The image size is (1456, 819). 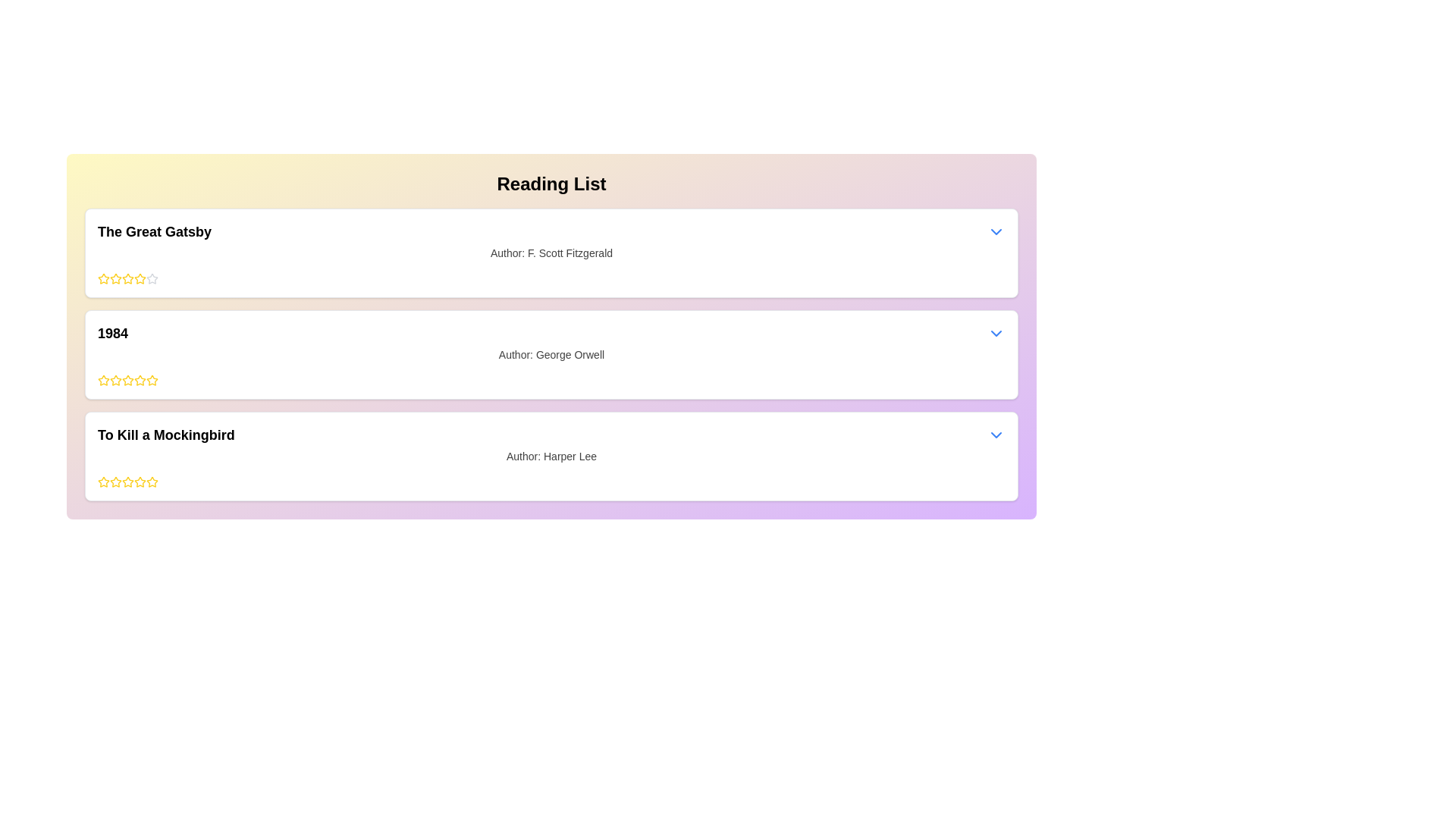 What do you see at coordinates (103, 278) in the screenshot?
I see `the first rating star icon located below the title 'The Great Gatsby' to indicate the first level of rating` at bounding box center [103, 278].